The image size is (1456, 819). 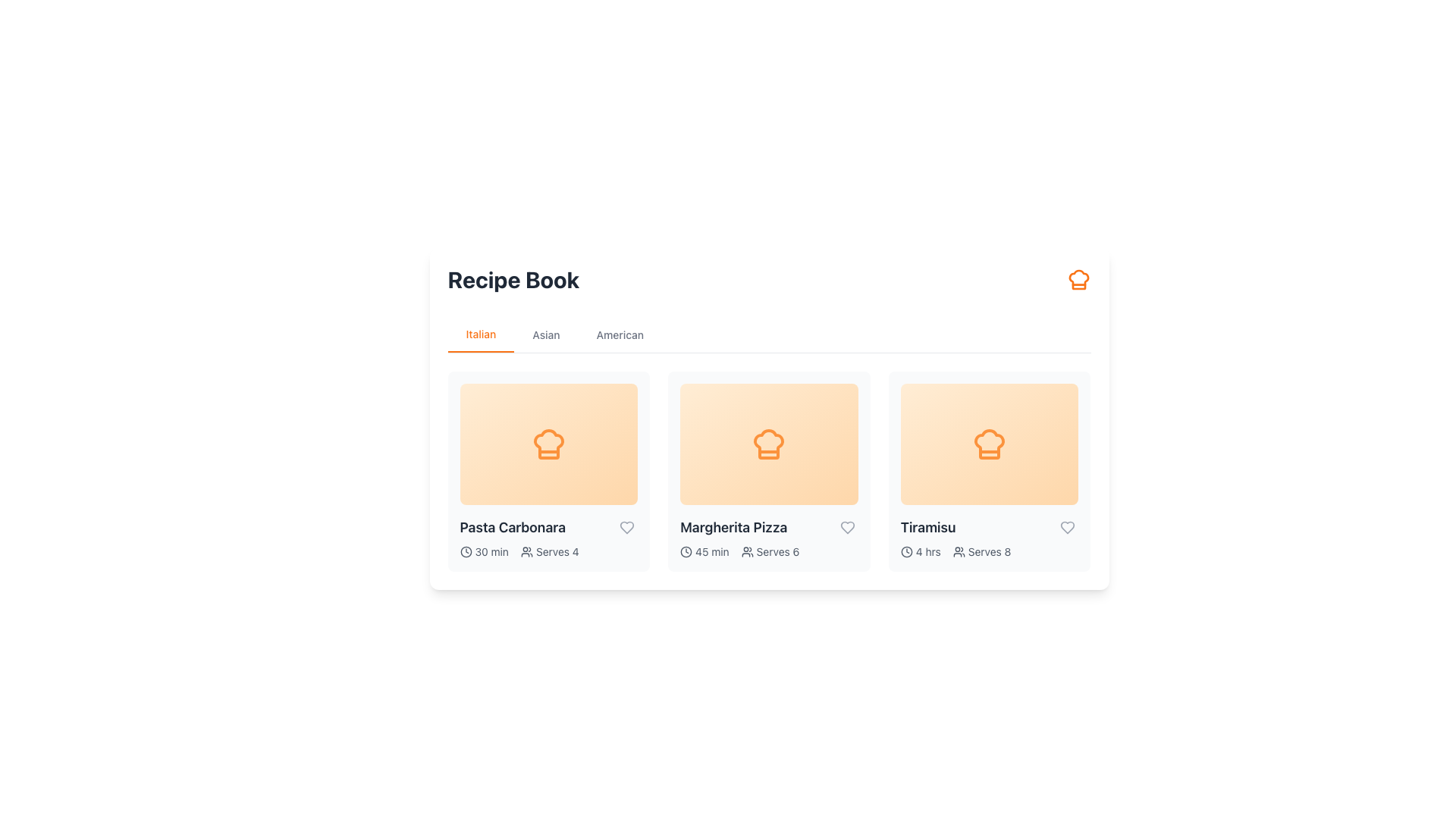 What do you see at coordinates (747, 552) in the screenshot?
I see `the user-type icon consisting of two abstract human figures, located next to the 'Serves 6' text in the 'Margherita Pizza' section` at bounding box center [747, 552].